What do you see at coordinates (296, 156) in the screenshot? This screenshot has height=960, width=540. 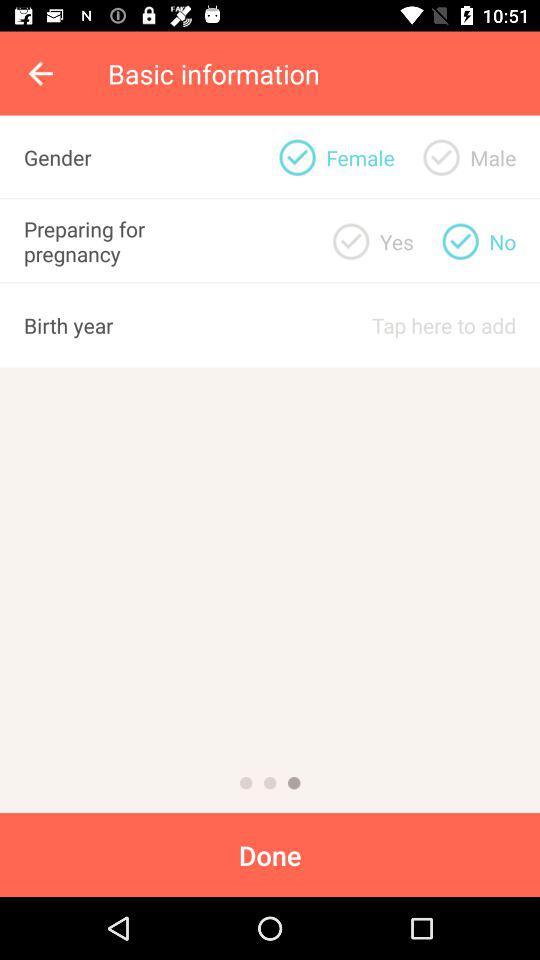 I see `choose gender` at bounding box center [296, 156].